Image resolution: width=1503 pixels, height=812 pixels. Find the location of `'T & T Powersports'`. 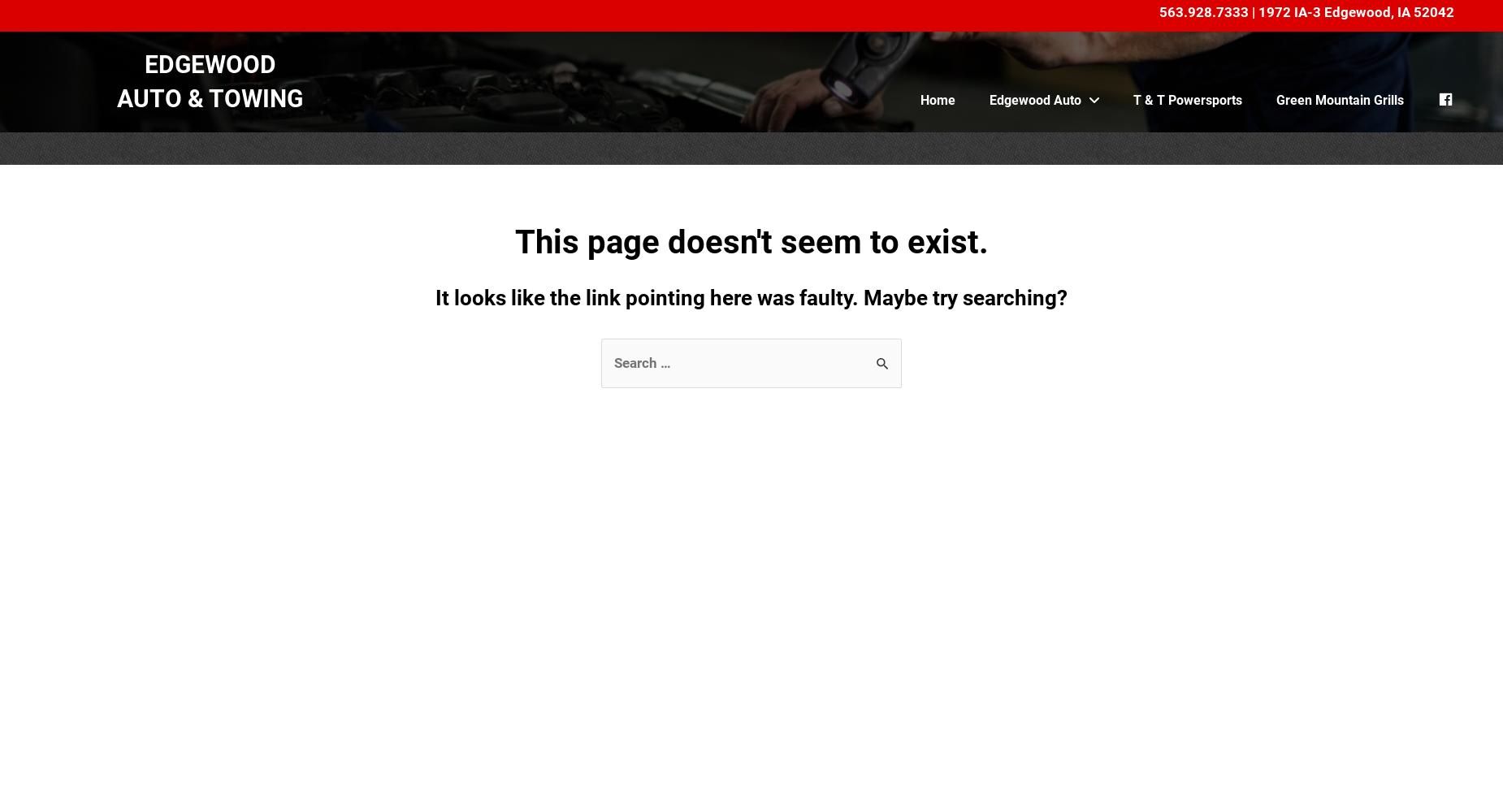

'T & T Powersports' is located at coordinates (1188, 98).